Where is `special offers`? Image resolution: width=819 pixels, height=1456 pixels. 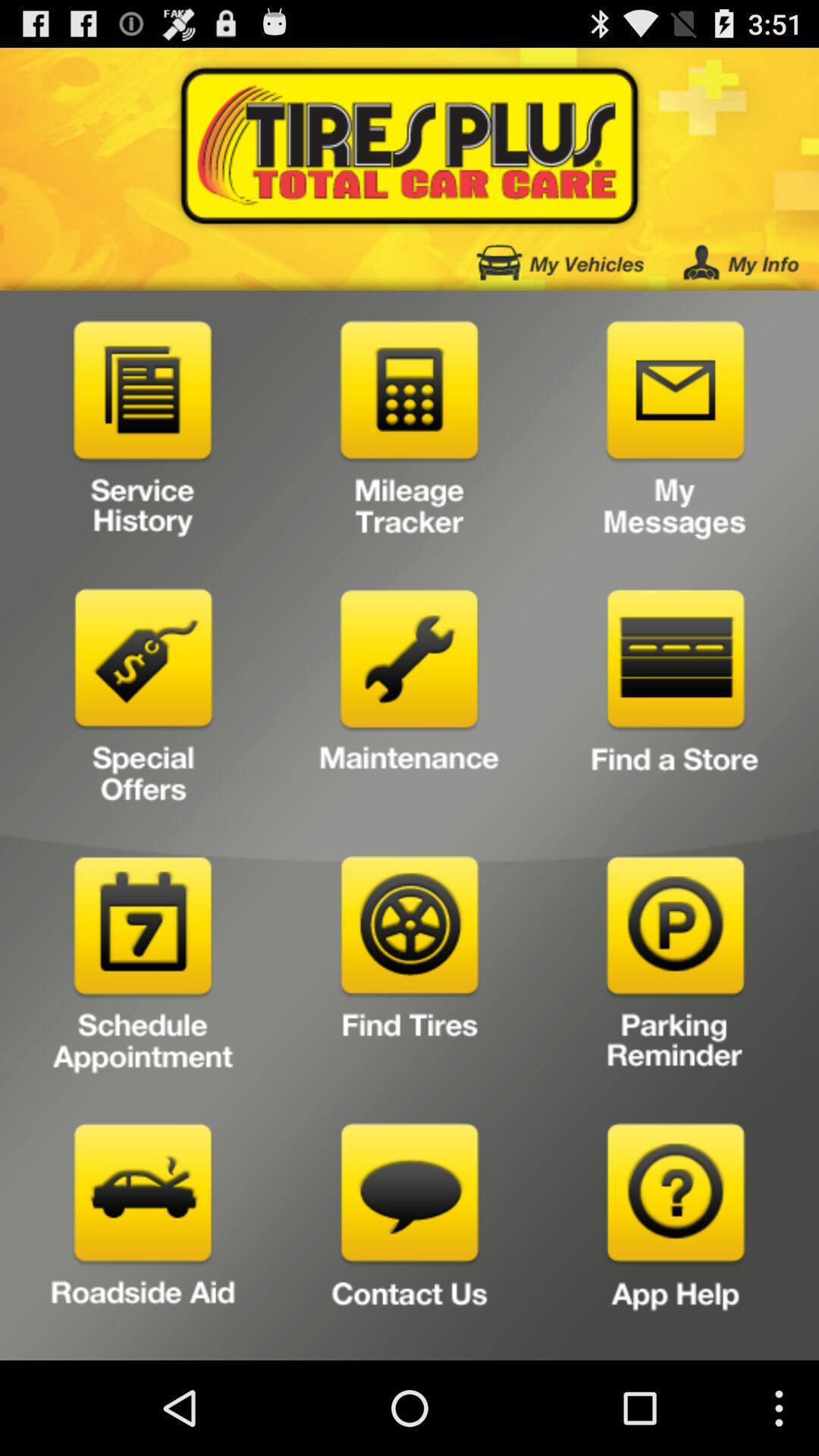
special offers is located at coordinates (143, 701).